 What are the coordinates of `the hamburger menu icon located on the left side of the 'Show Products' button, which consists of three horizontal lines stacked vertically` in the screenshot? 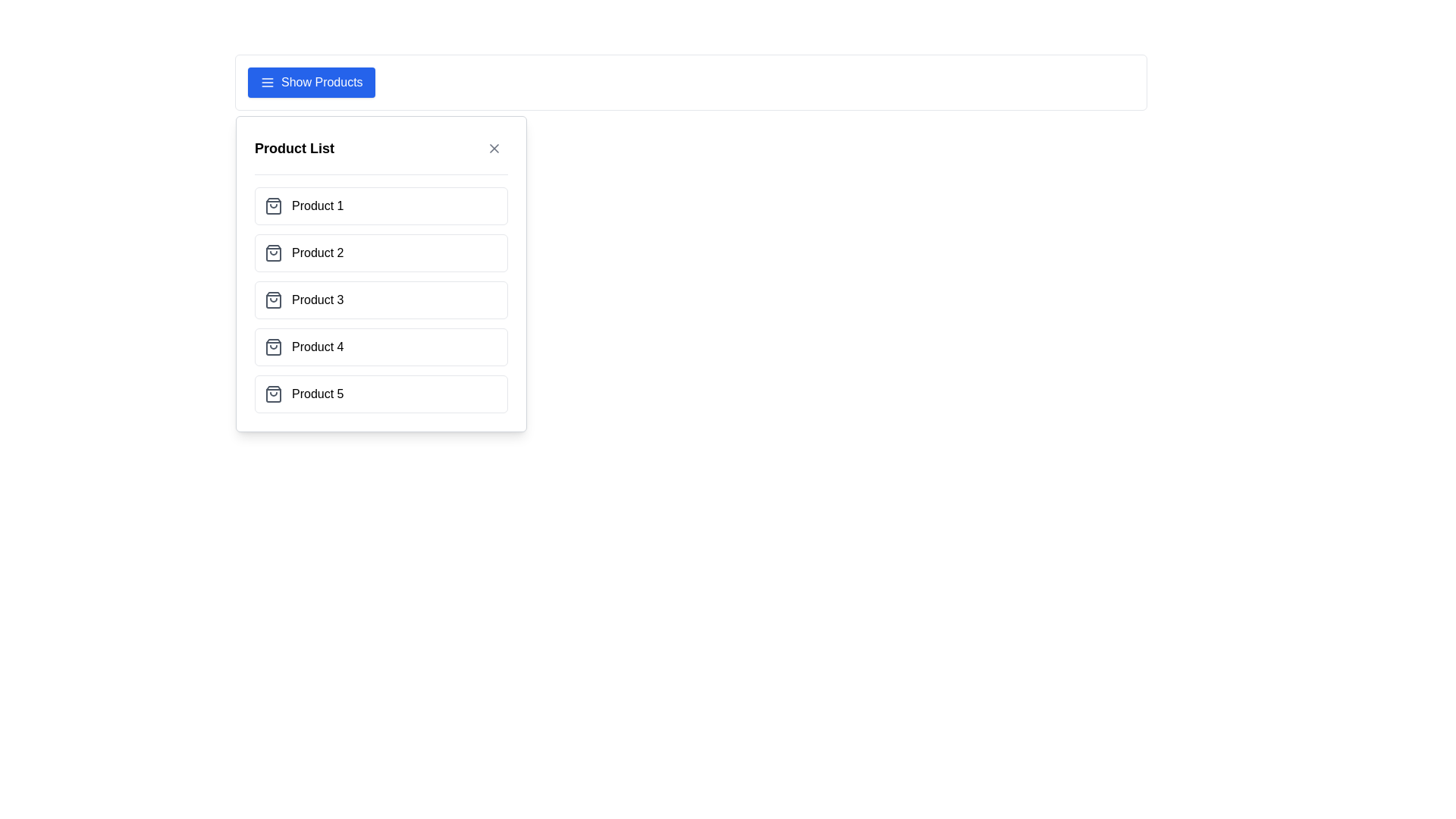 It's located at (268, 82).